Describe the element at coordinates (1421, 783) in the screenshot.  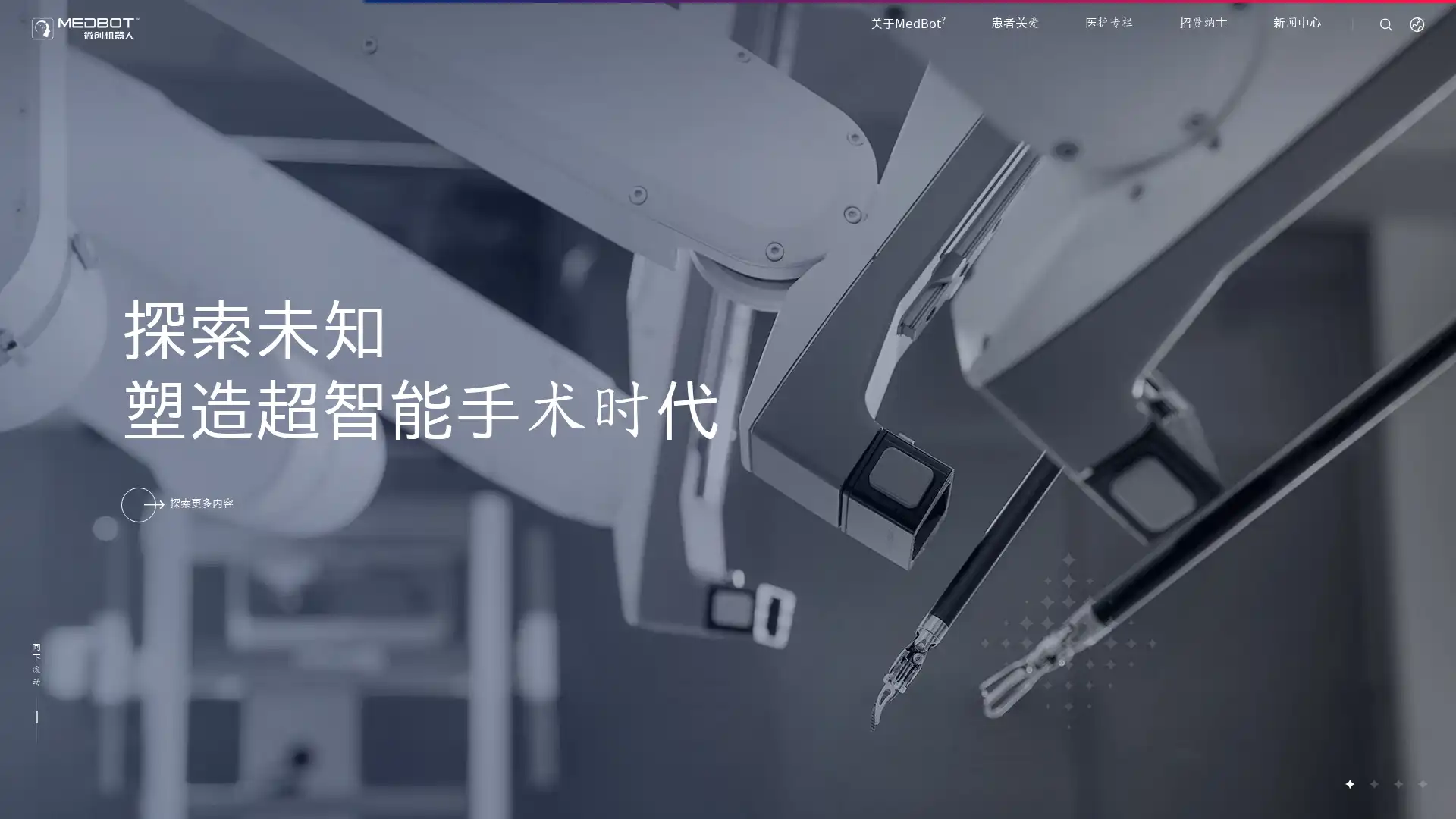
I see `Go to slide 4` at that location.